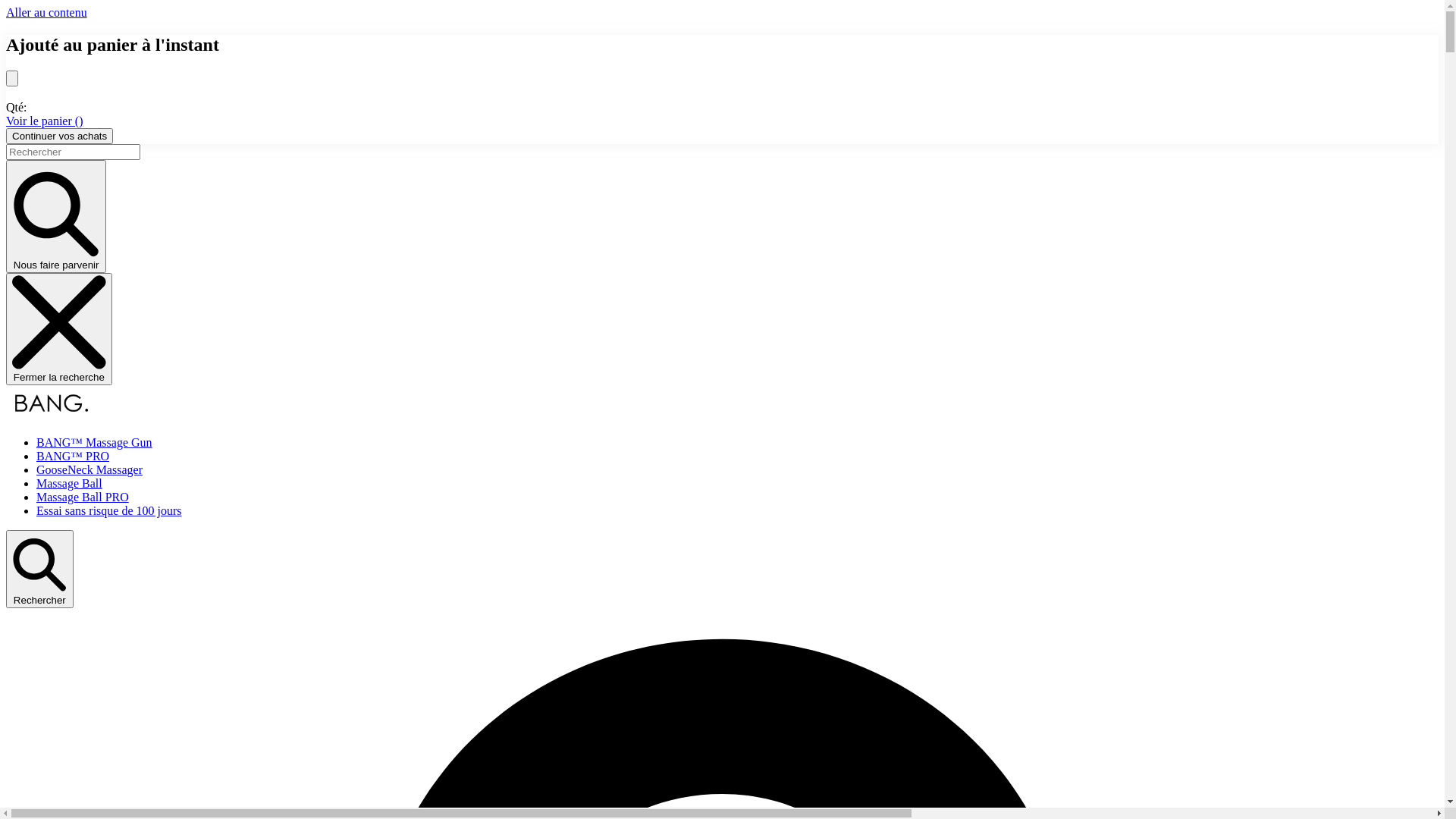  I want to click on 'Nous faire parvenir', so click(55, 216).